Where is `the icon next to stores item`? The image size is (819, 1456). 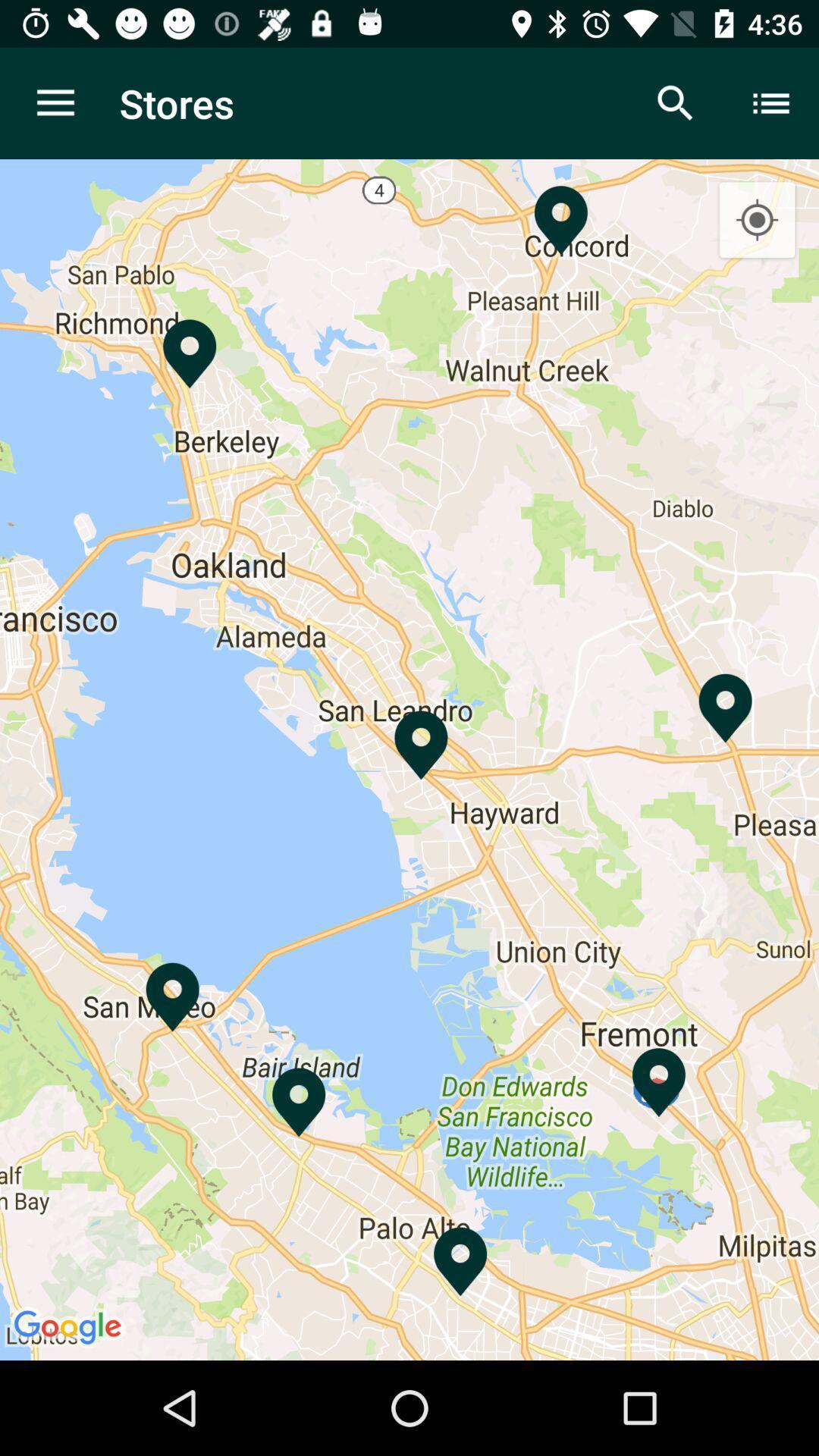
the icon next to stores item is located at coordinates (55, 102).